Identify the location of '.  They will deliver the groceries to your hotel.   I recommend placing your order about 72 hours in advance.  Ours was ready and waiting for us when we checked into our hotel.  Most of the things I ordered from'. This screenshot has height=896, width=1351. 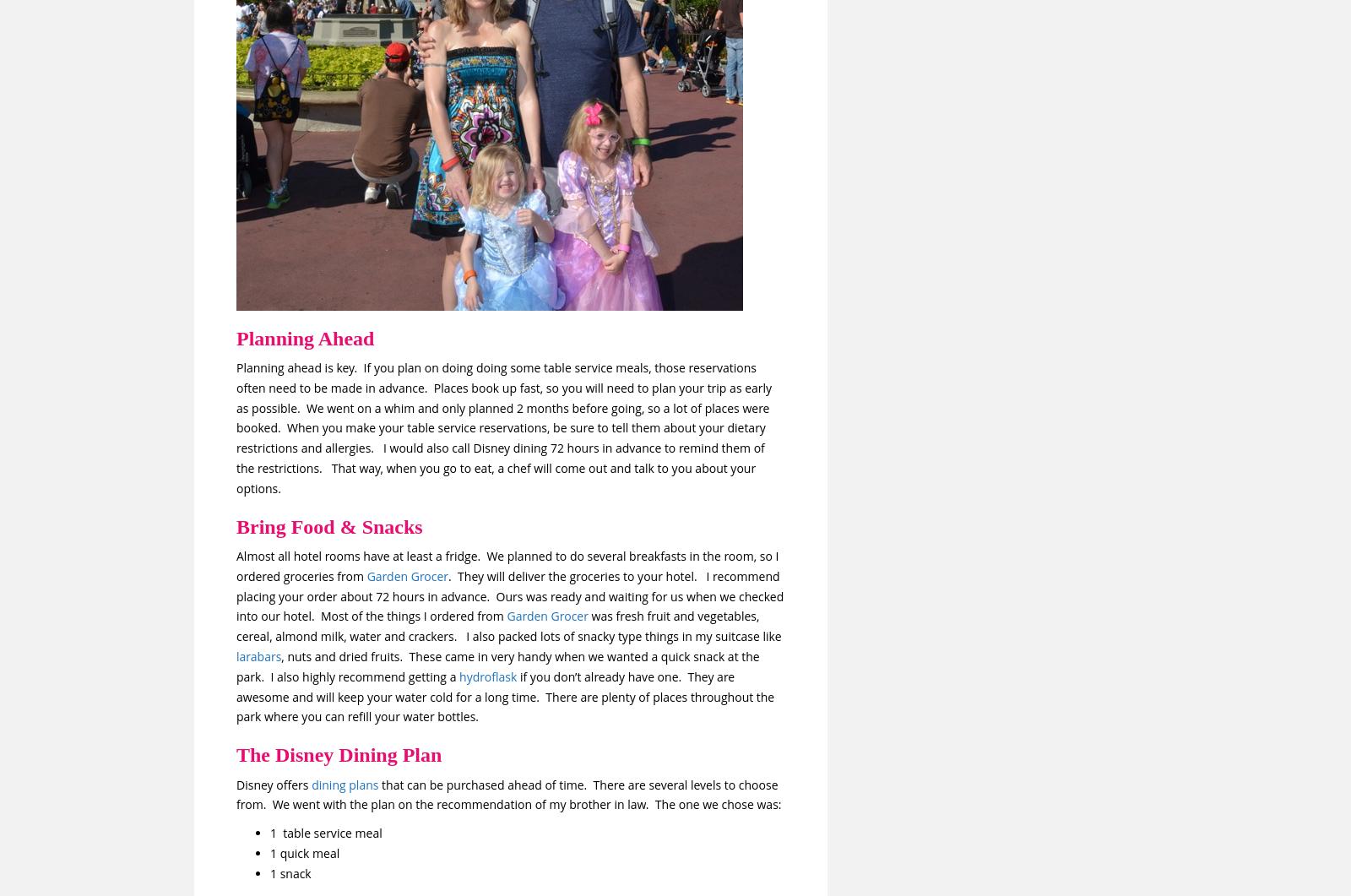
(510, 595).